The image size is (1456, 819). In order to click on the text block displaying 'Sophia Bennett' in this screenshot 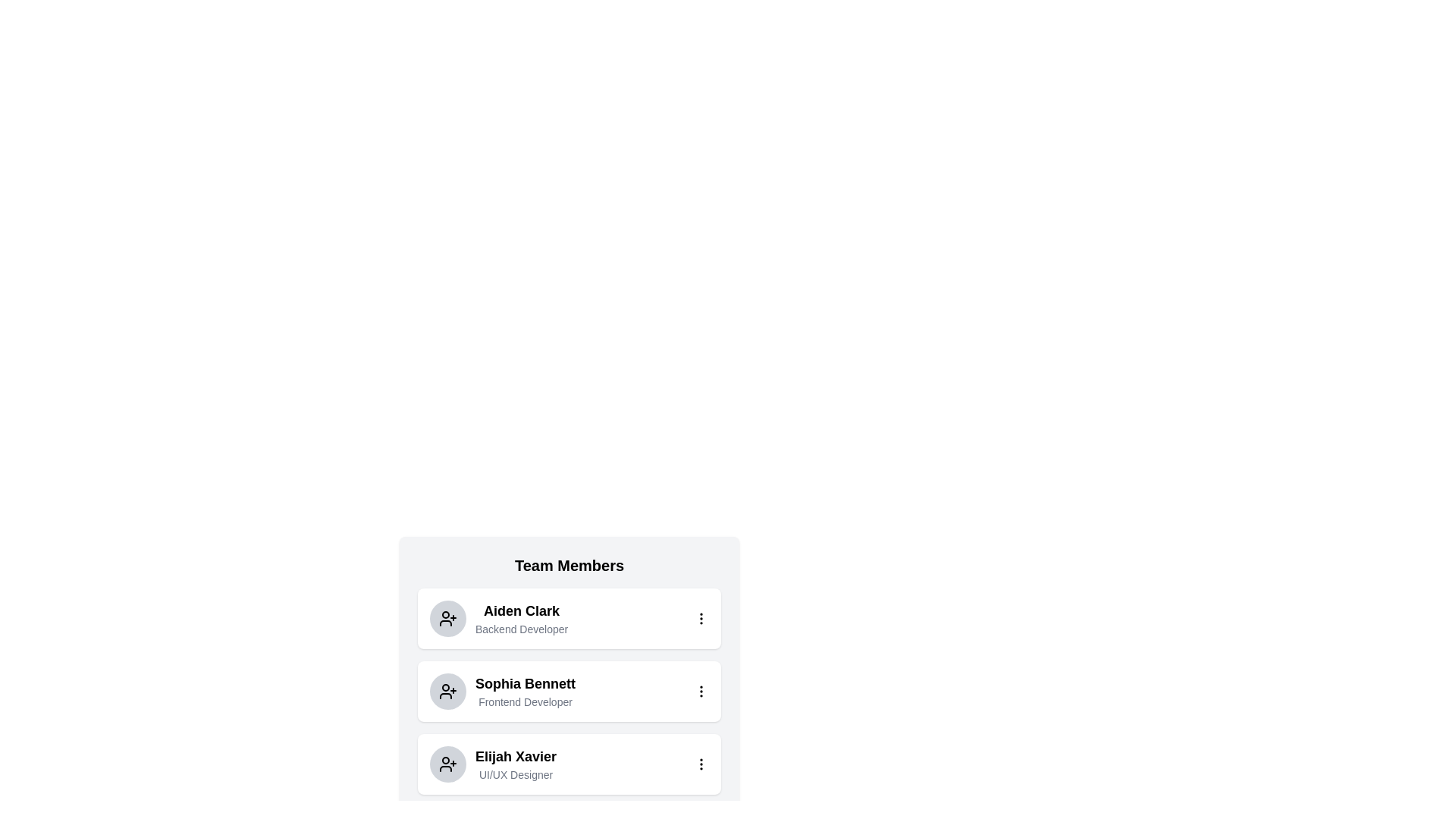, I will do `click(502, 691)`.